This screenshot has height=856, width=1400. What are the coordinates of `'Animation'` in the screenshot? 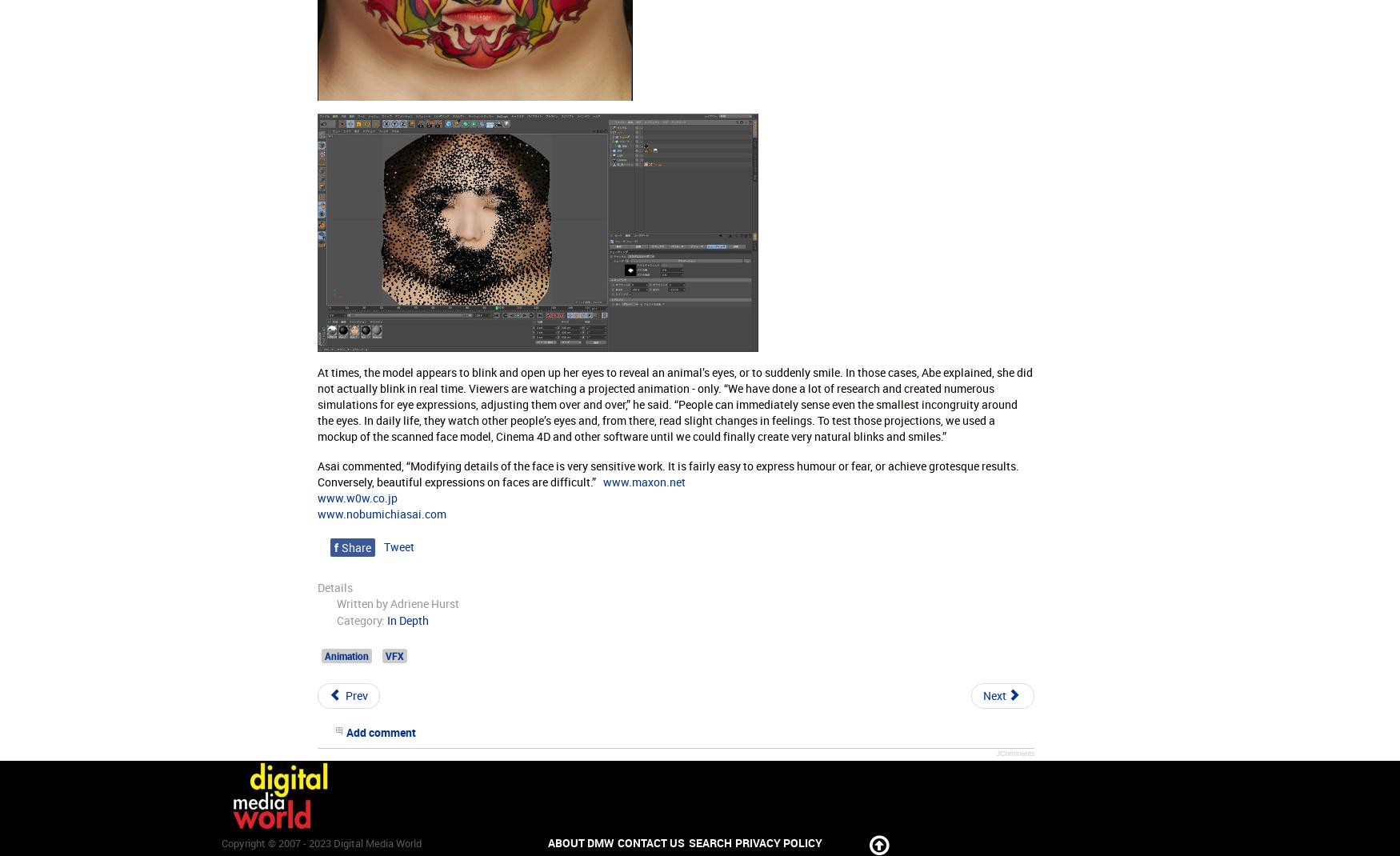 It's located at (345, 654).